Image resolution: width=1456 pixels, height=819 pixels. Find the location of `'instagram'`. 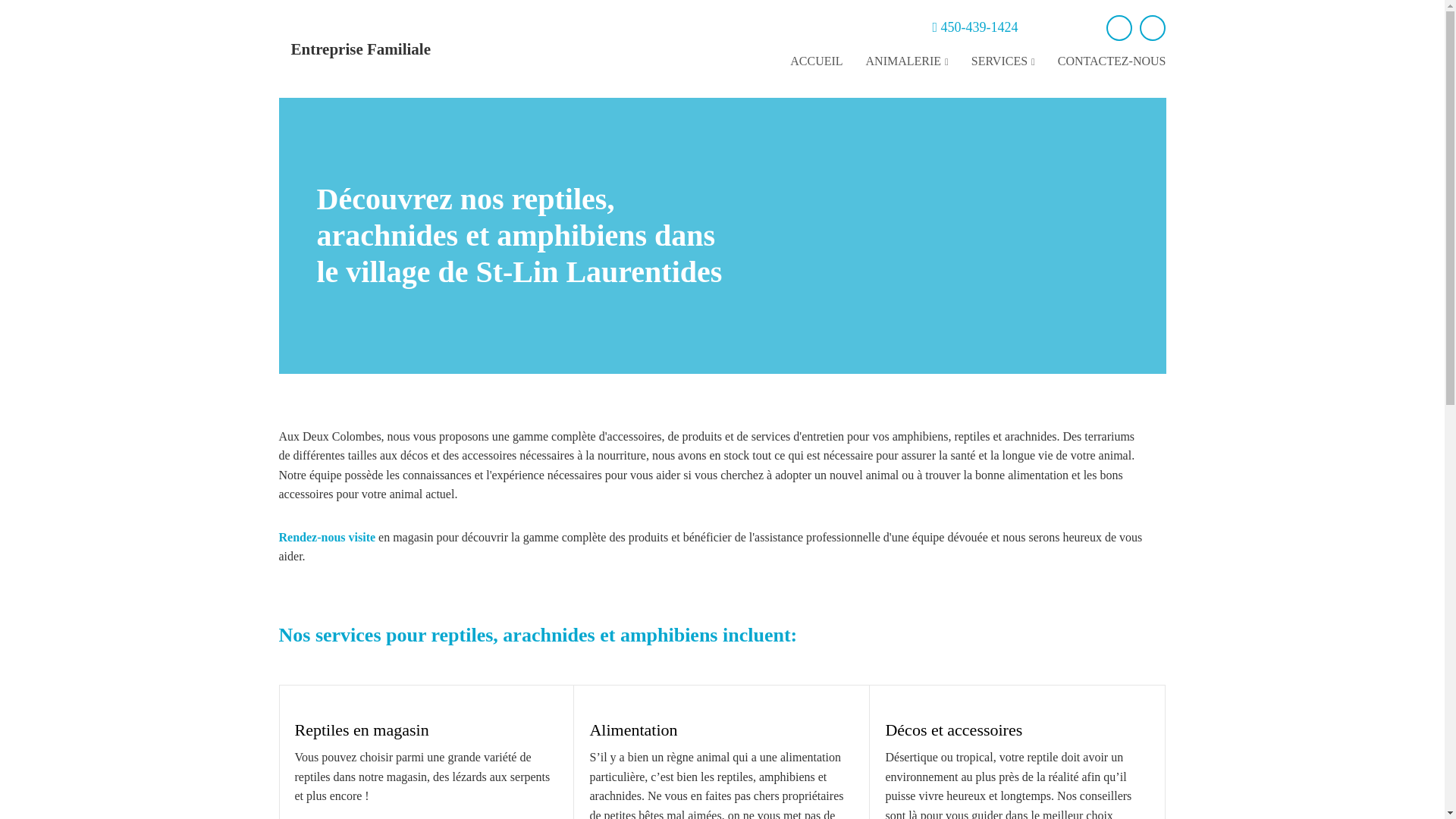

'instagram' is located at coordinates (1141, 28).